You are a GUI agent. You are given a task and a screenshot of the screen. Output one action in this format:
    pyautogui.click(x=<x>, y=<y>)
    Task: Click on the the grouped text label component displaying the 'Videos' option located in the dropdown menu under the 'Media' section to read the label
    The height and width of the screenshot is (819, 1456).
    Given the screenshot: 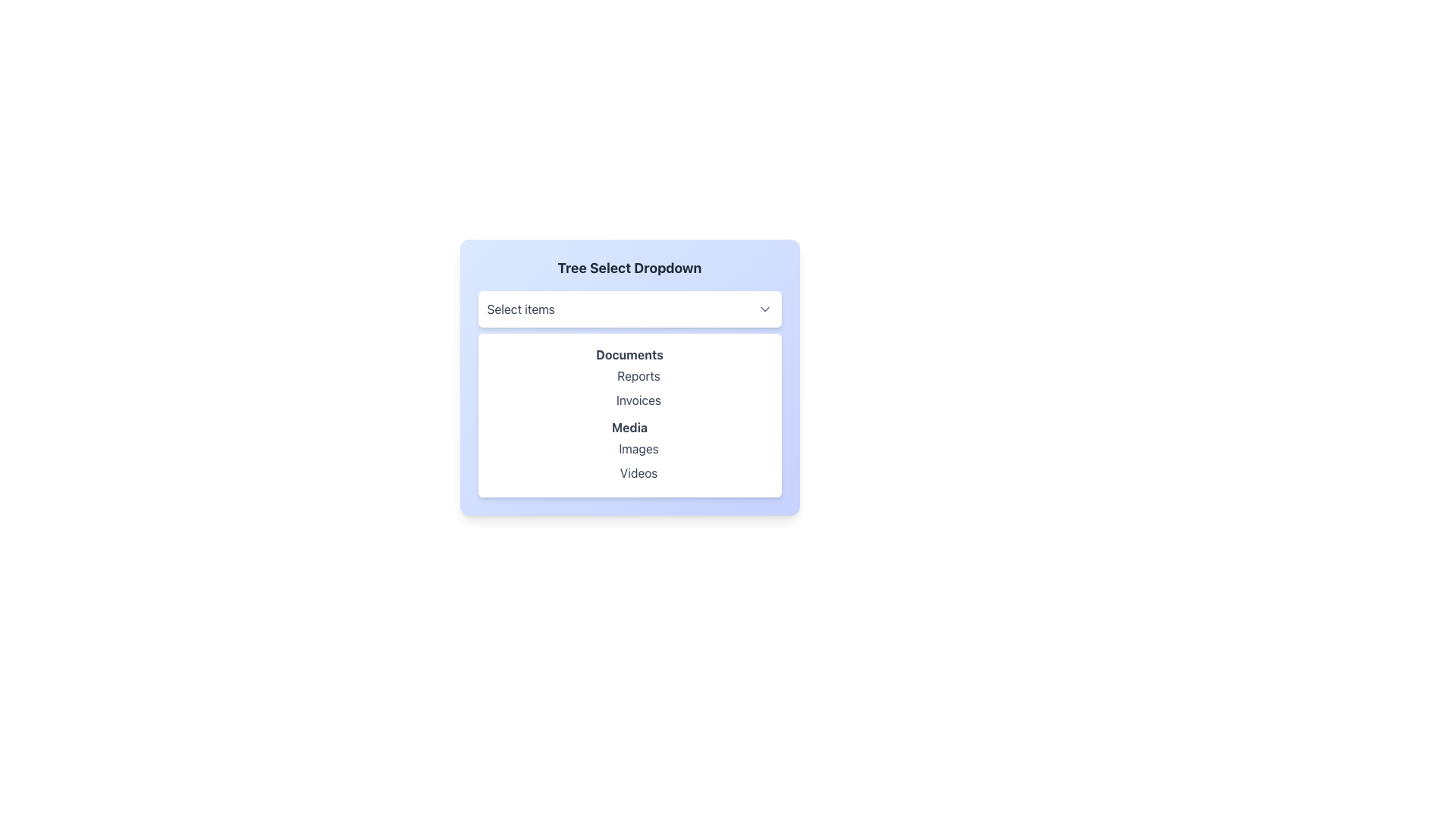 What is the action you would take?
    pyautogui.click(x=635, y=460)
    